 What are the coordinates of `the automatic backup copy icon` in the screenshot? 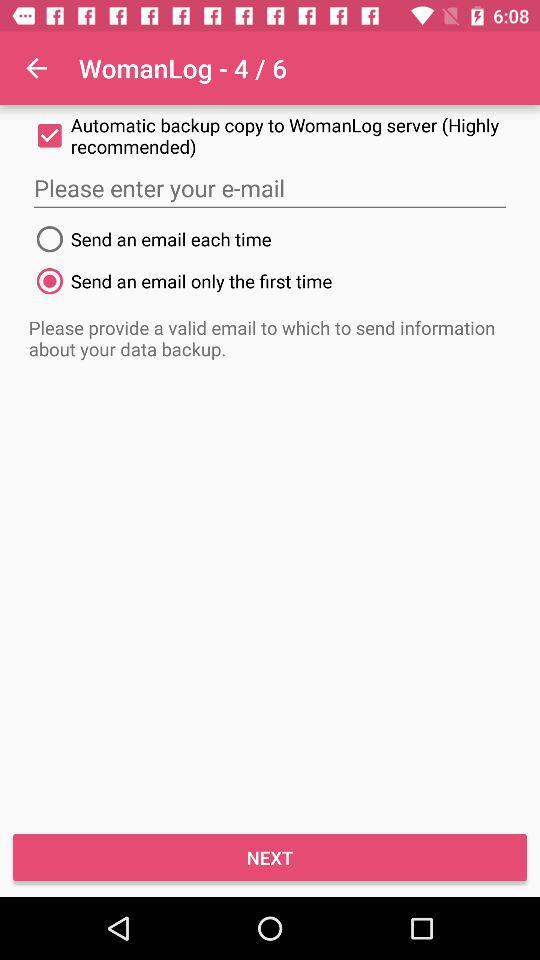 It's located at (270, 134).